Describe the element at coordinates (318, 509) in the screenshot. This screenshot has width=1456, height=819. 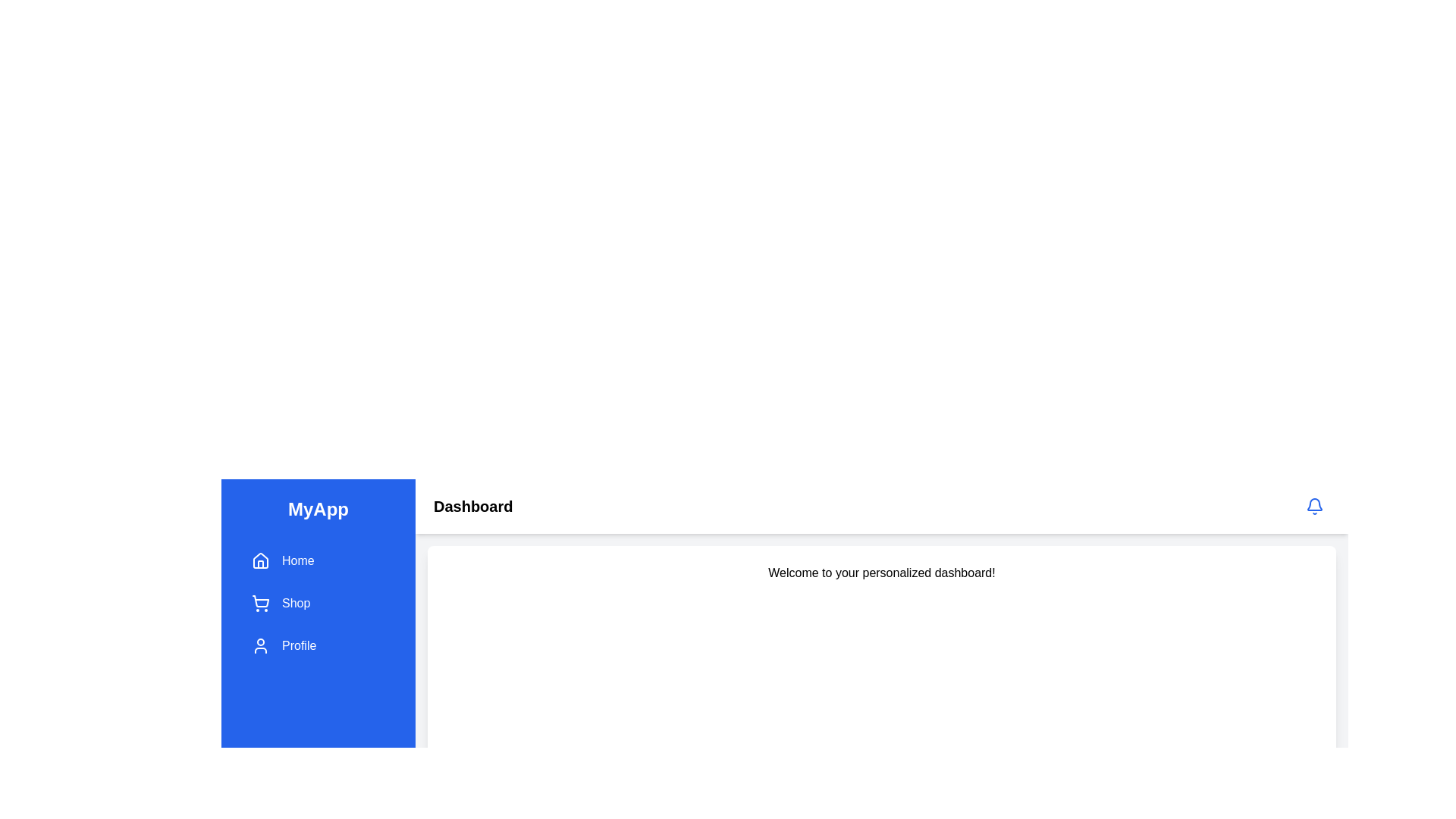
I see `the bold text label 'MyApp' at the top of the blue navigation bar, assuming it is interactive` at that location.